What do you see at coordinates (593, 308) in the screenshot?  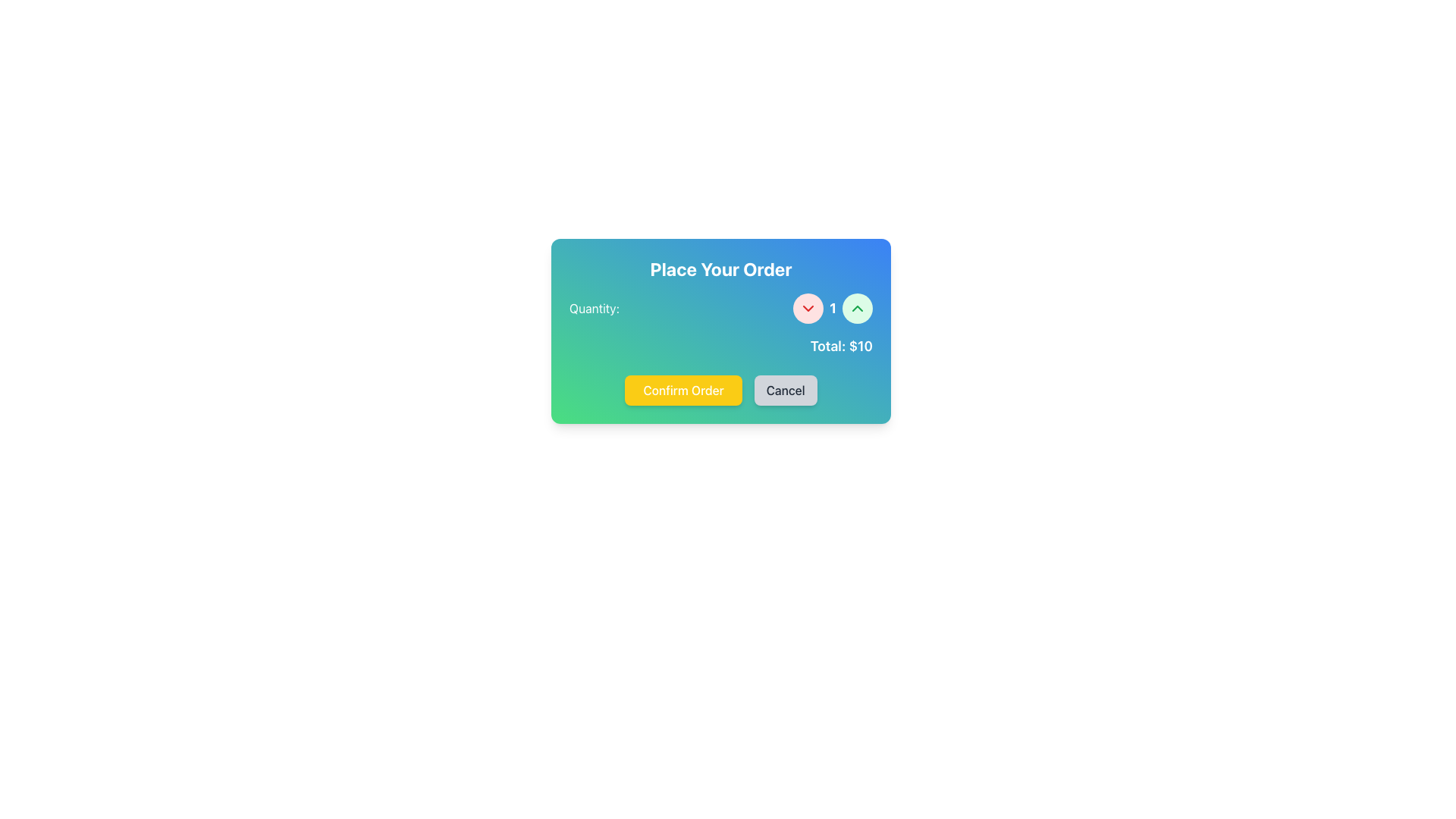 I see `the Text Label that describes the quantity indication and adjustment section, located in the modal dialog interface` at bounding box center [593, 308].